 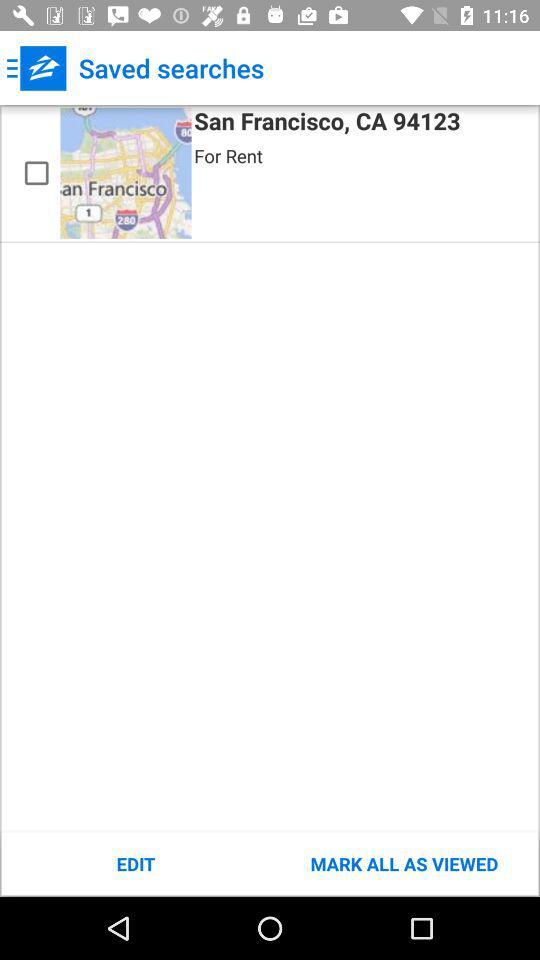 What do you see at coordinates (404, 863) in the screenshot?
I see `item below the san francisco ca` at bounding box center [404, 863].